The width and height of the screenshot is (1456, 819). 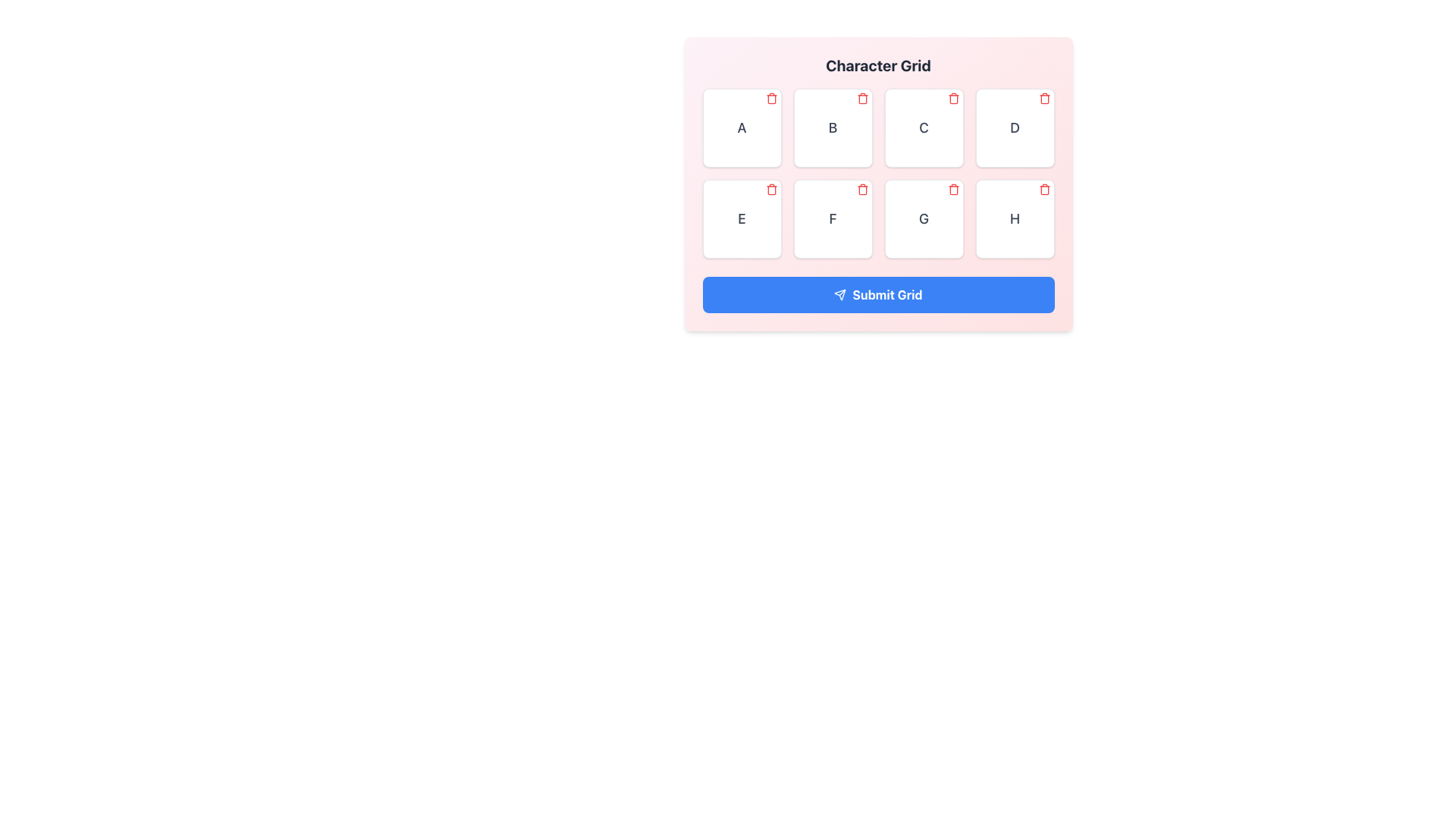 I want to click on the red trash icon located in the upper-right corner of the card containing the letter 'H', so click(x=1043, y=189).